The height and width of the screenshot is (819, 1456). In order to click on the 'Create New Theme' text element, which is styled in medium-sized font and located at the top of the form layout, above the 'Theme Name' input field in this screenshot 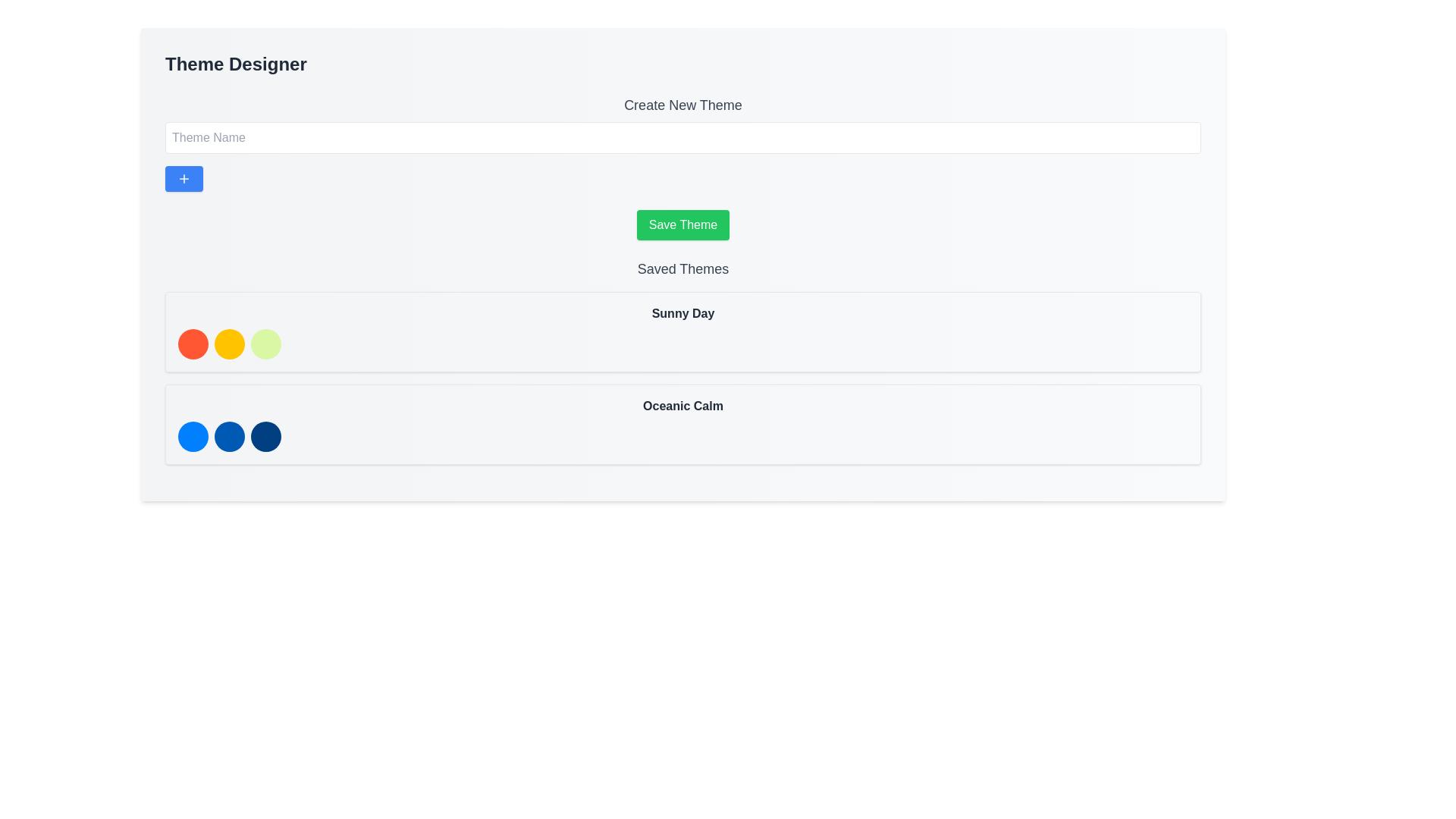, I will do `click(682, 104)`.